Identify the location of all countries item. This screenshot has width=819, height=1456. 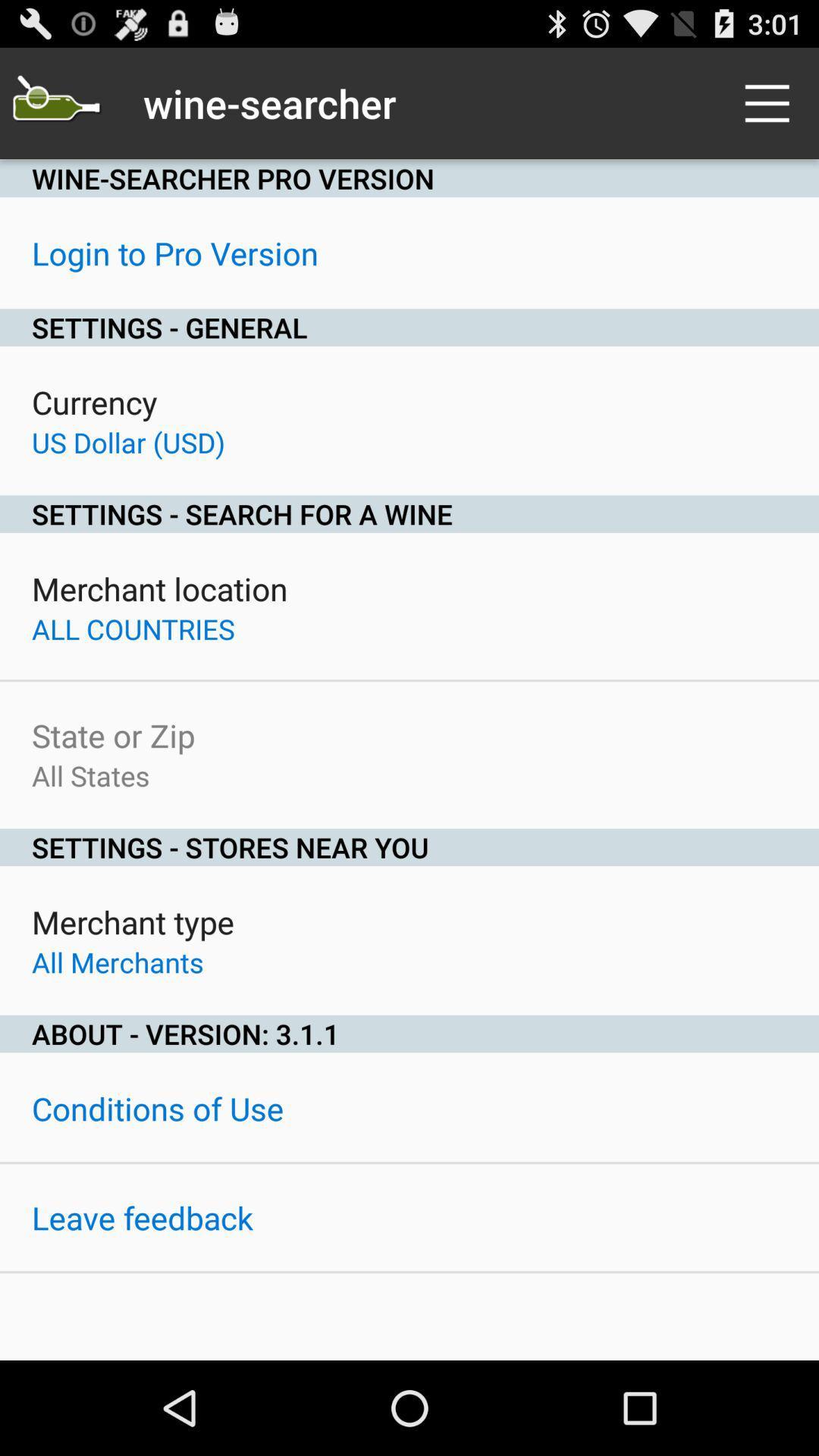
(132, 629).